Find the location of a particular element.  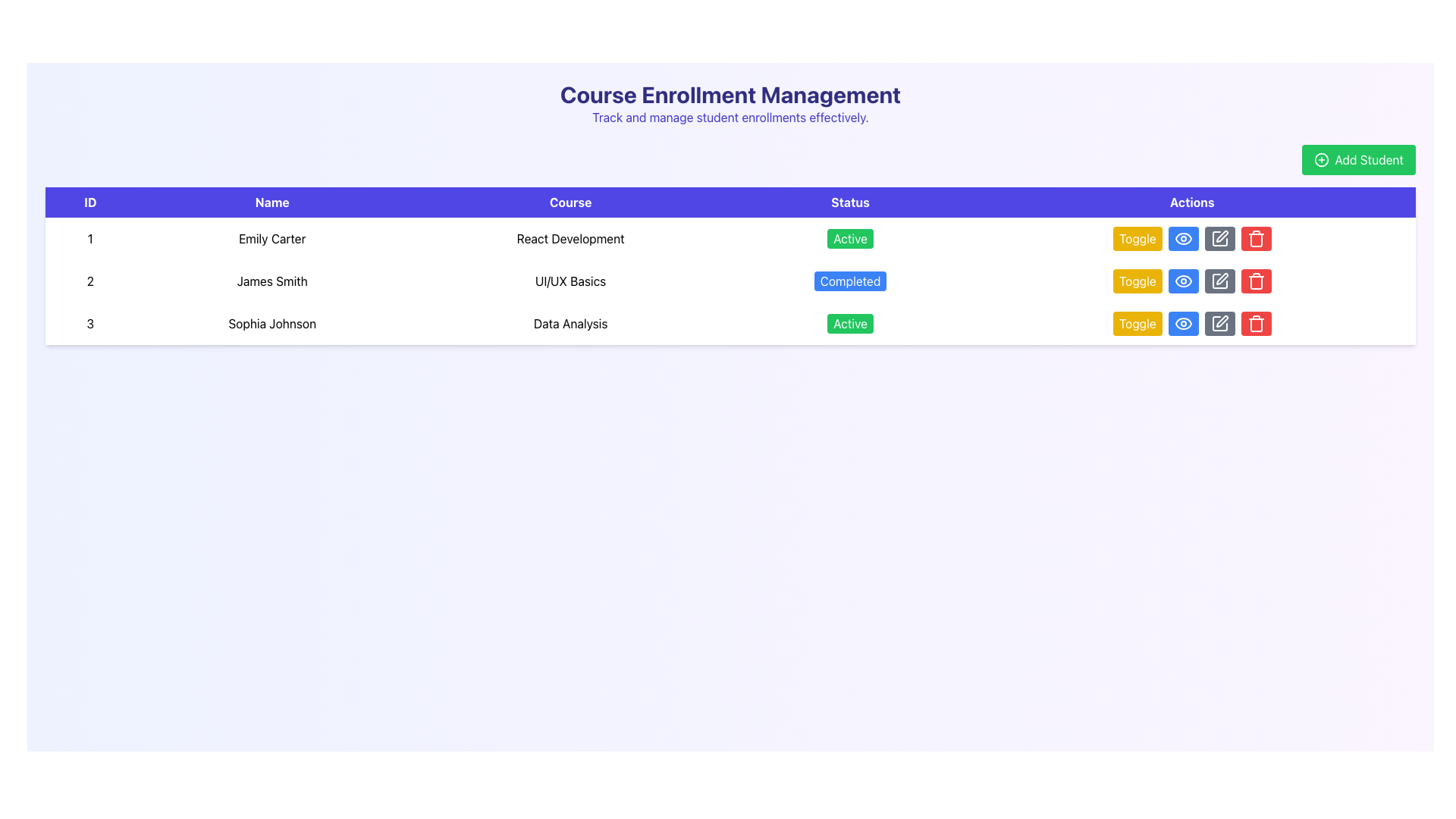

the text label displaying the name 'Sophia Johnson', which is located in the second column of the third row in a tabular layout is located at coordinates (272, 323).